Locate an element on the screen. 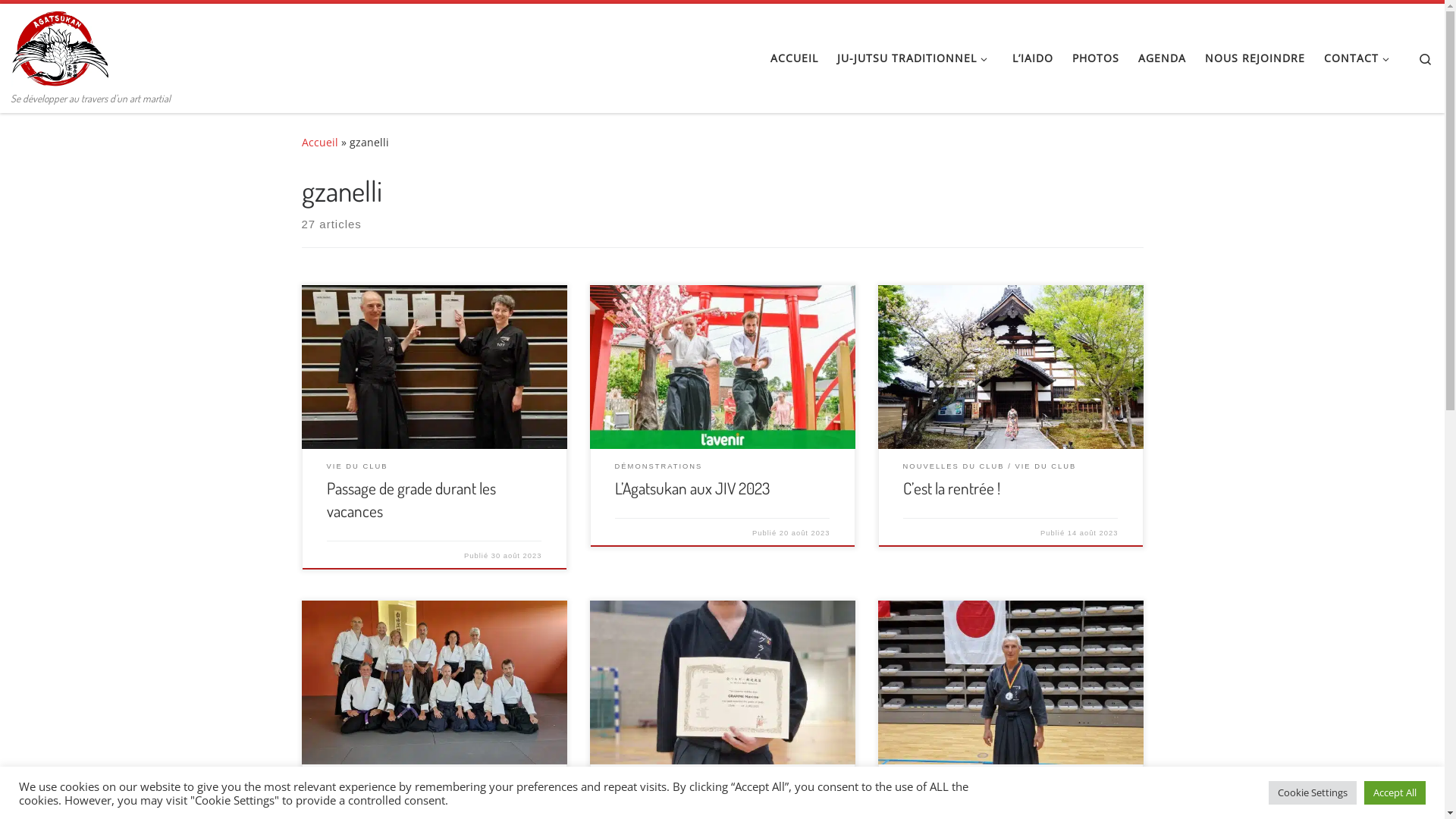 Image resolution: width=1456 pixels, height=819 pixels. 'NOUVELLES DU CLUB' is located at coordinates (952, 466).